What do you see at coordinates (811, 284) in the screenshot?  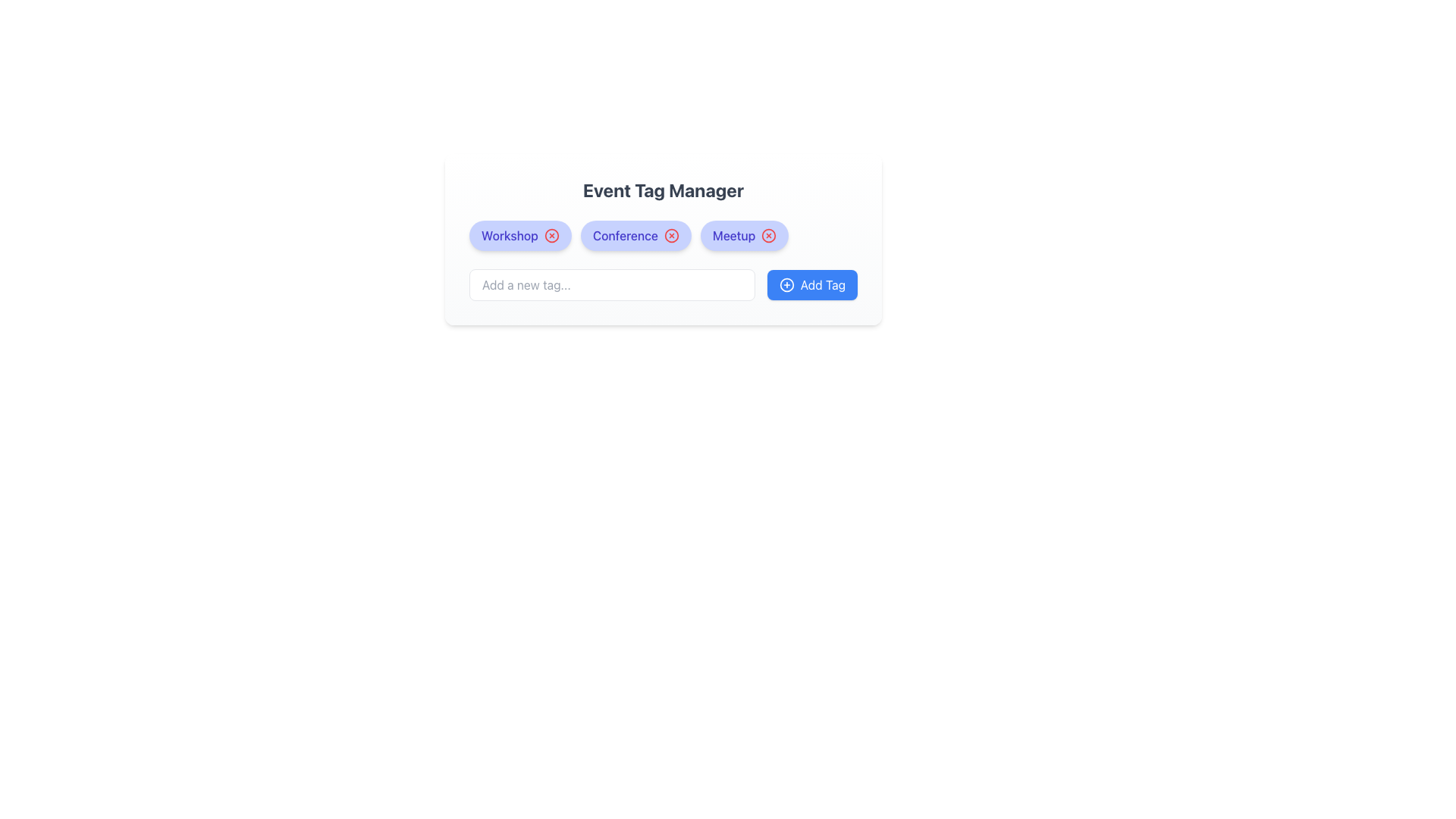 I see `the button that allows users` at bounding box center [811, 284].